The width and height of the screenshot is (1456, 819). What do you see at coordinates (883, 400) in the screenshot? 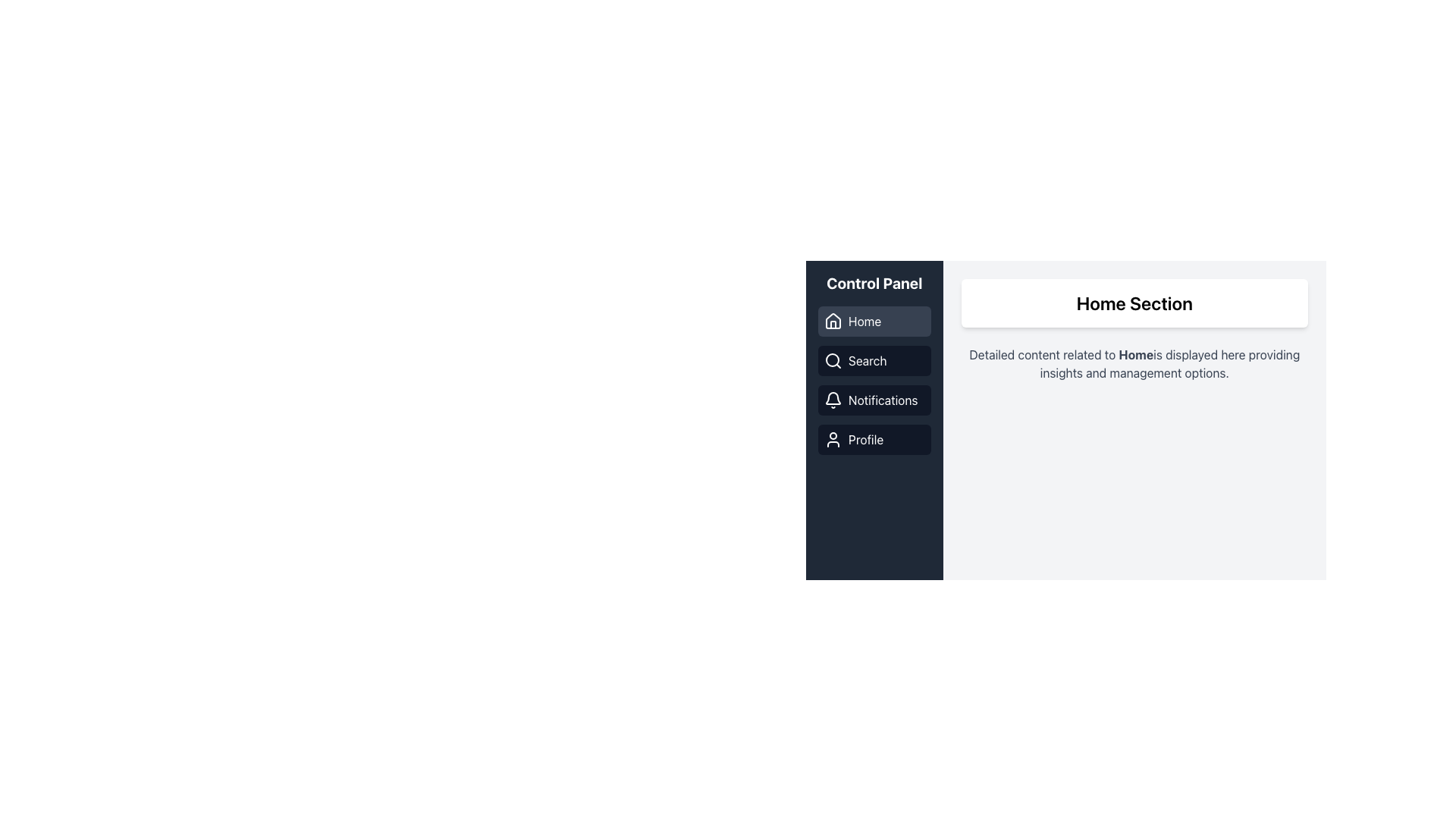
I see `the 'Notifications' text label in the vertical navigation menu` at bounding box center [883, 400].